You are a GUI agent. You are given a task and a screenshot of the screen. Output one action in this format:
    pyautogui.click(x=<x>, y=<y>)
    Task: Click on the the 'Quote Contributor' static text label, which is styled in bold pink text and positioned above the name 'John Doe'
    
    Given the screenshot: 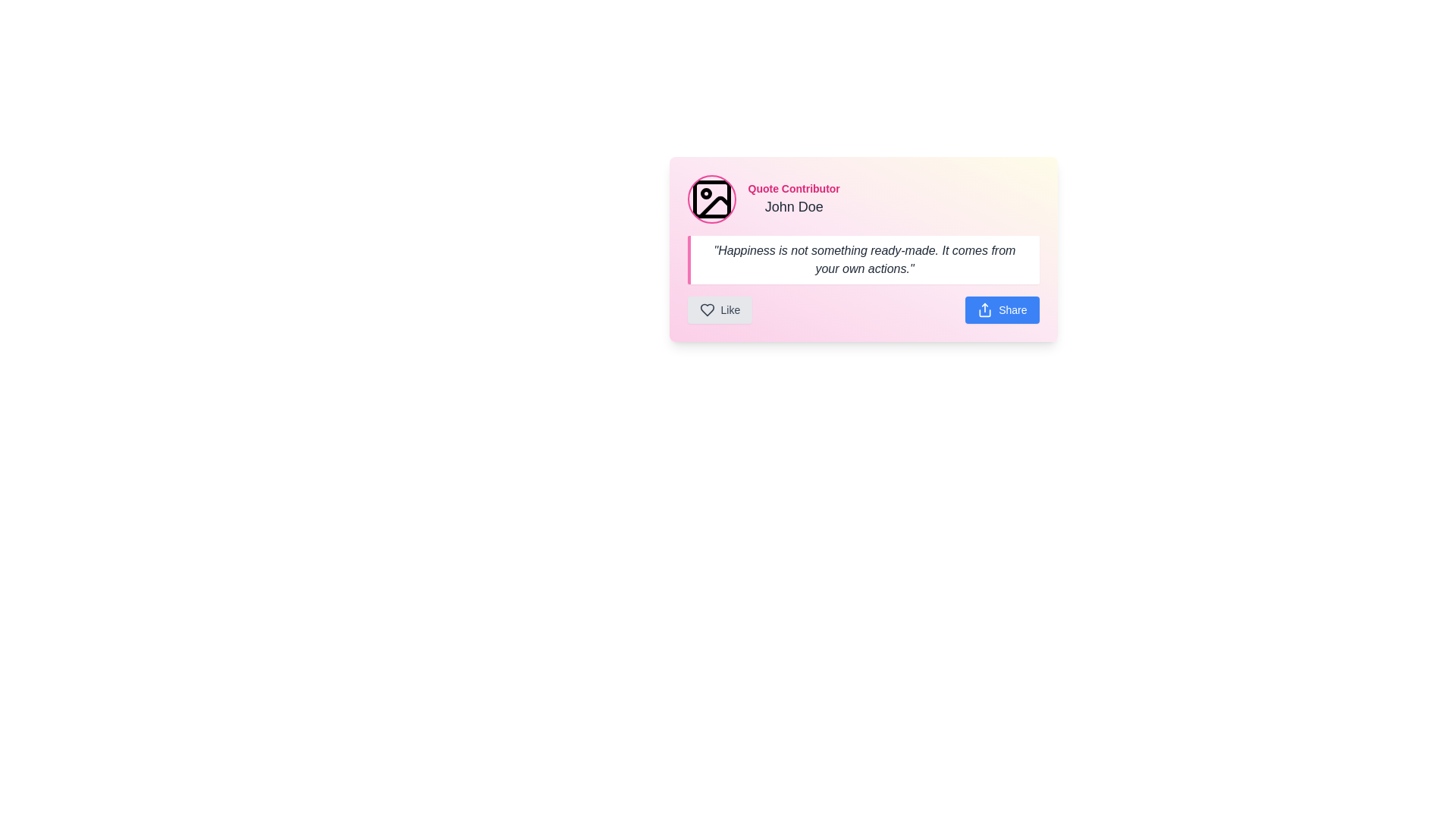 What is the action you would take?
    pyautogui.click(x=793, y=188)
    